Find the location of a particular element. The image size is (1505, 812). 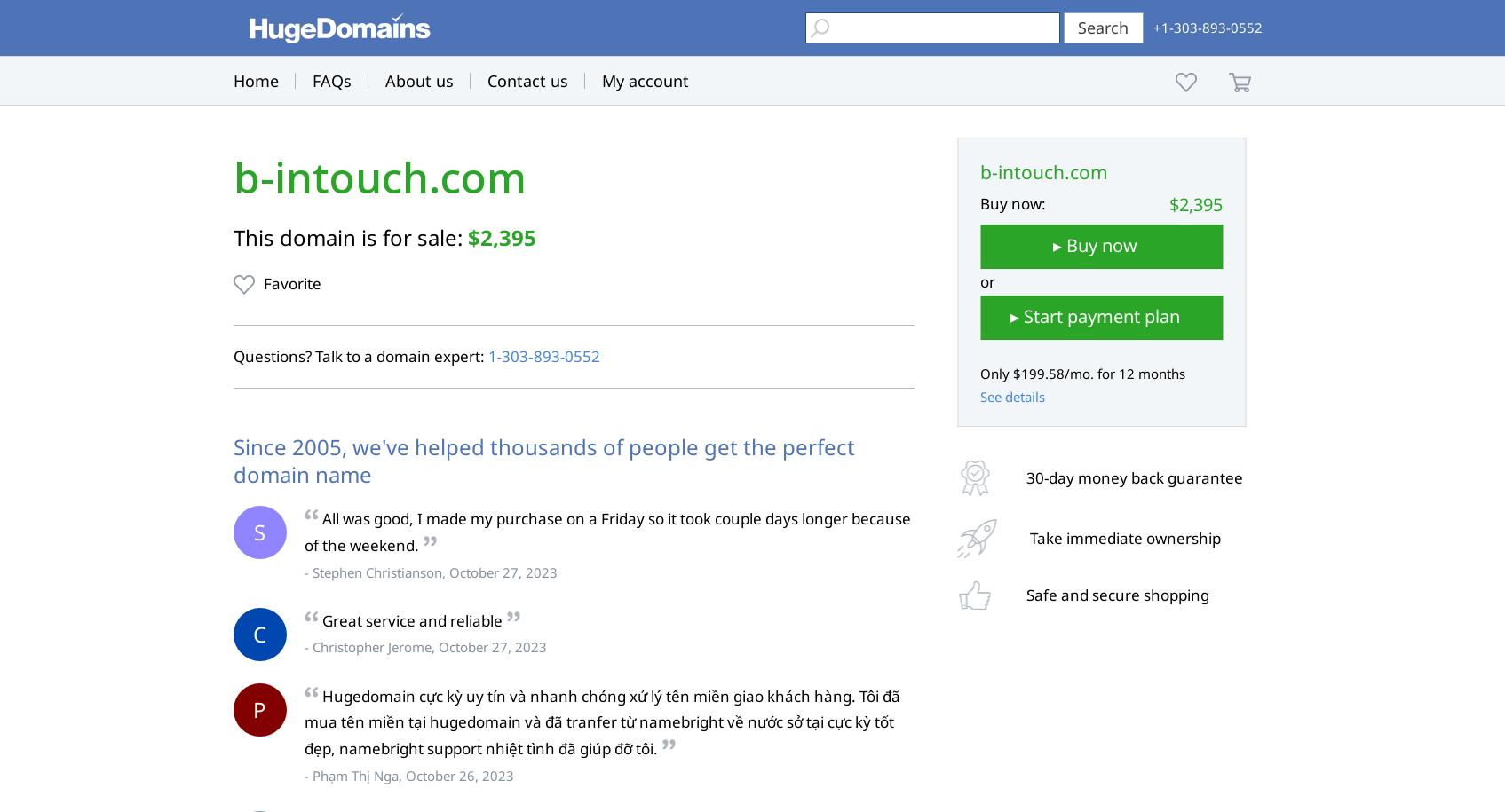

'All was good, I made my purchase on a Friday so it took couple days longer because of the weekend.' is located at coordinates (606, 531).